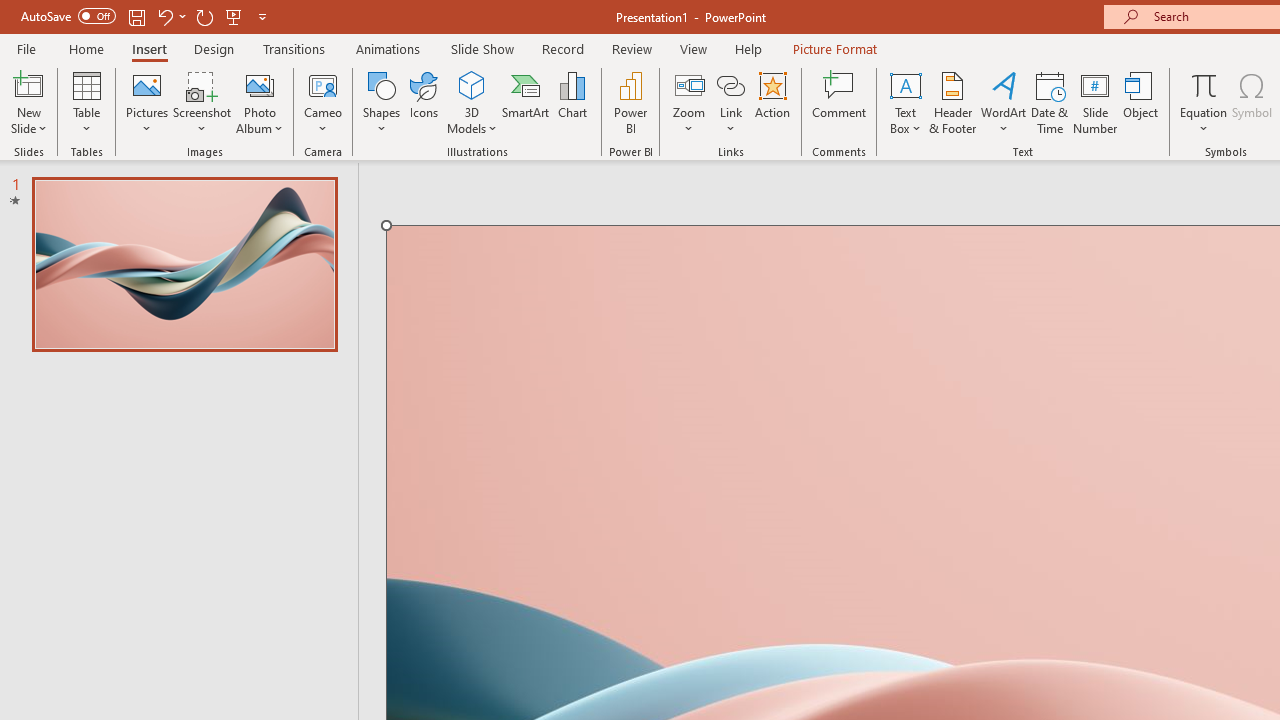  What do you see at coordinates (86, 103) in the screenshot?
I see `'Table'` at bounding box center [86, 103].